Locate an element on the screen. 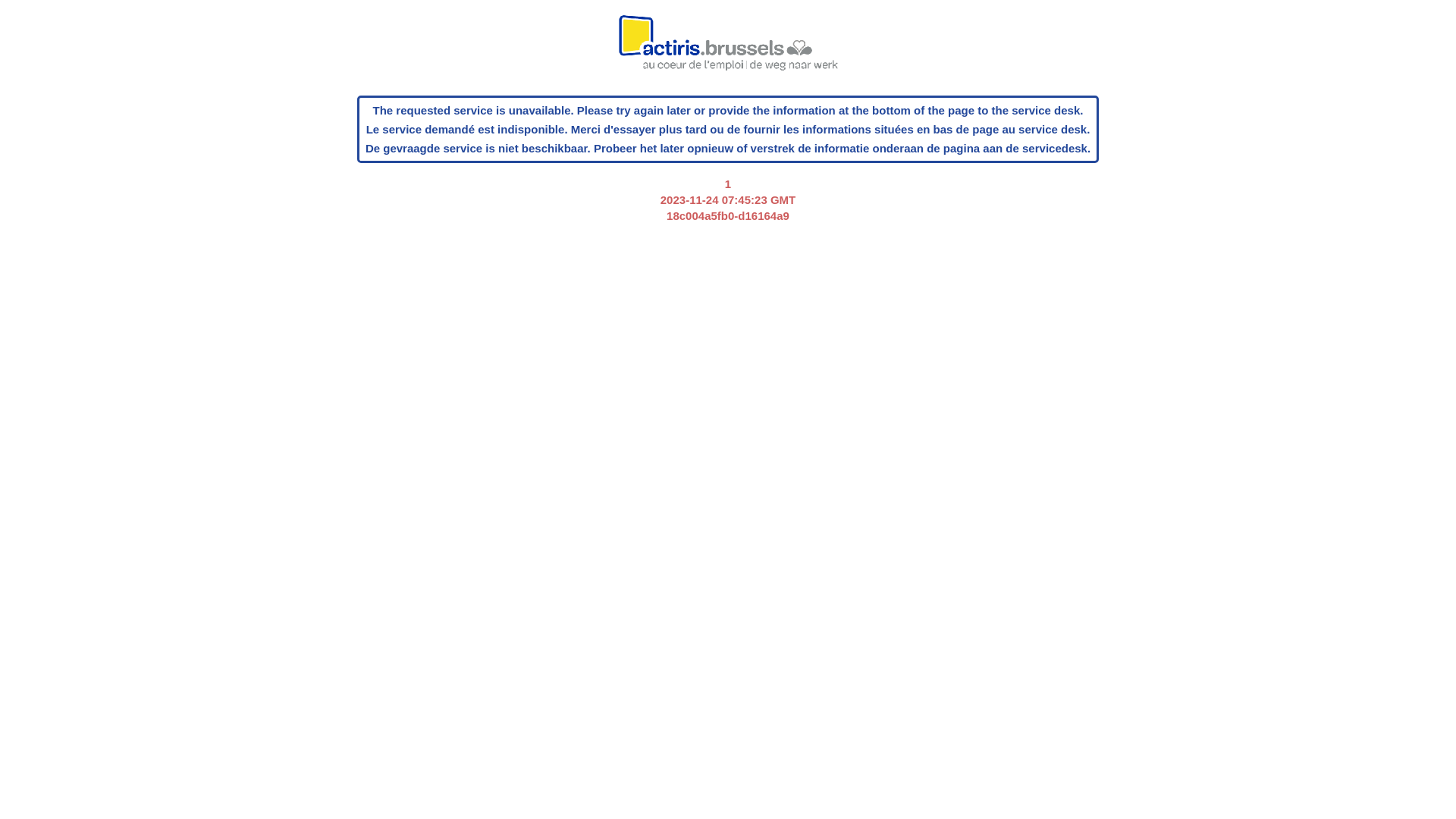 The height and width of the screenshot is (819, 1456). 'actiris_logo.png' is located at coordinates (728, 49).